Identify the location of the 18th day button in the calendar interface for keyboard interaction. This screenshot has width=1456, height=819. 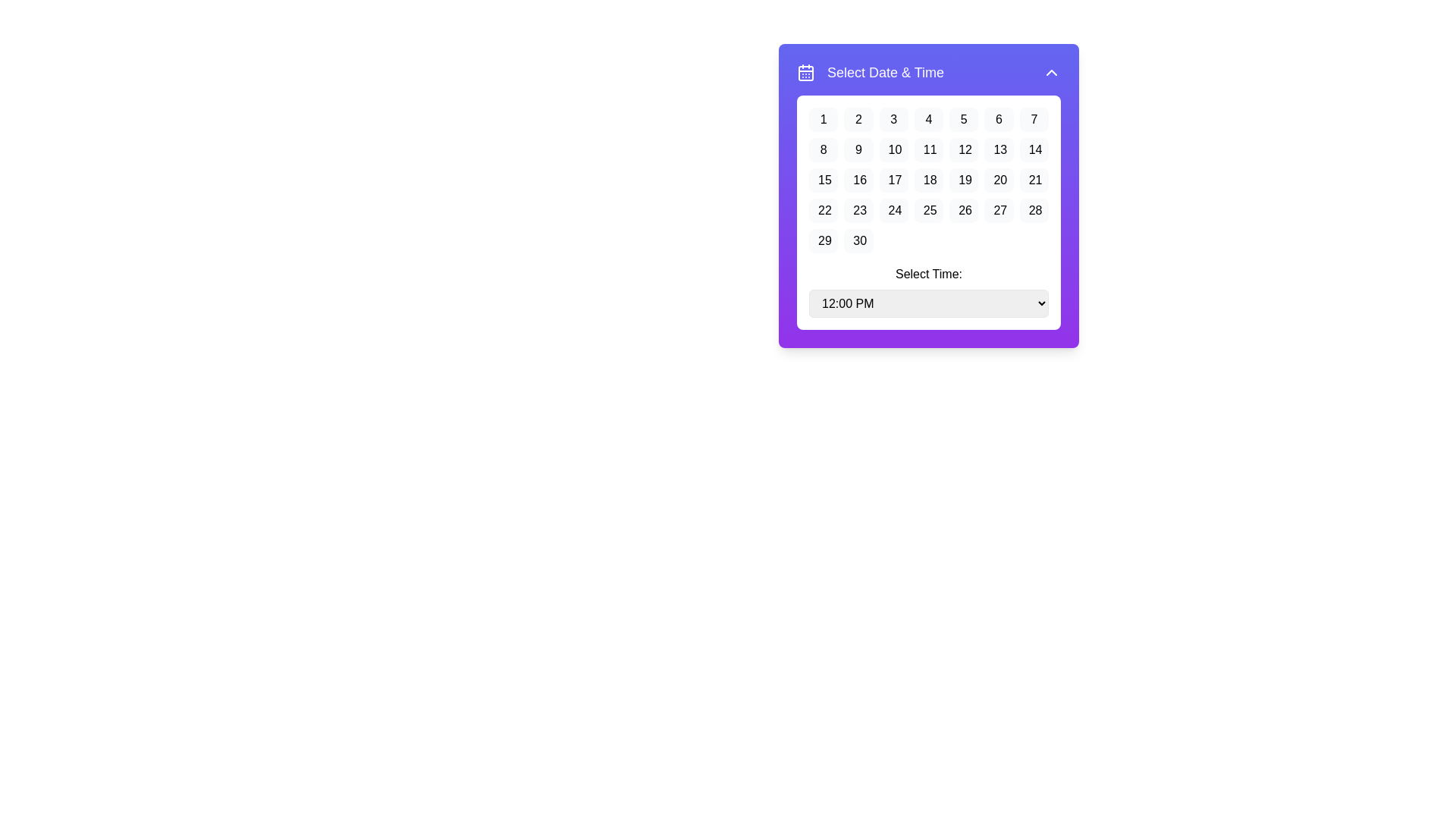
(927, 180).